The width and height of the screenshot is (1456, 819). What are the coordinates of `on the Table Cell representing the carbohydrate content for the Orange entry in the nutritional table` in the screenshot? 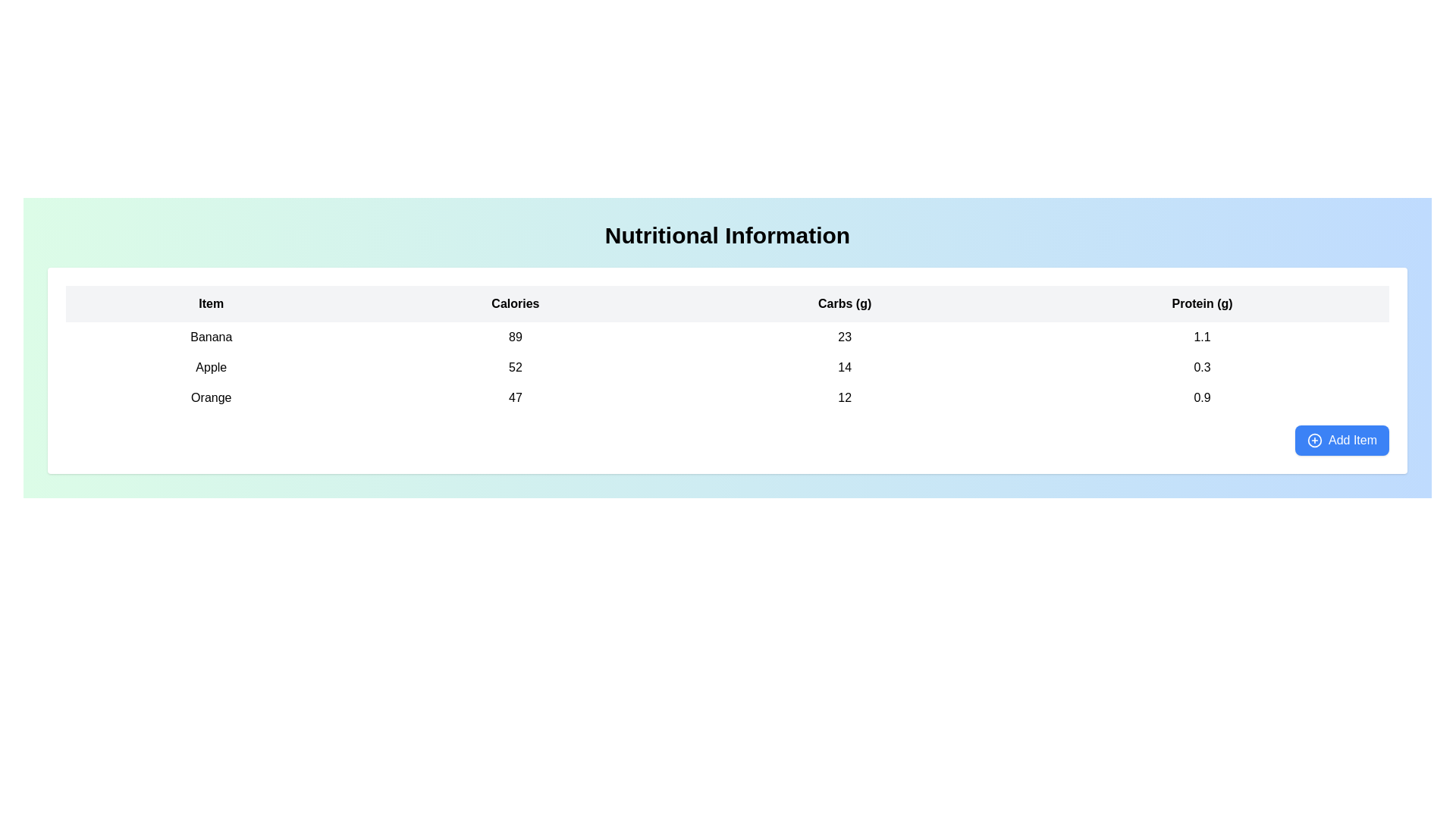 It's located at (844, 397).